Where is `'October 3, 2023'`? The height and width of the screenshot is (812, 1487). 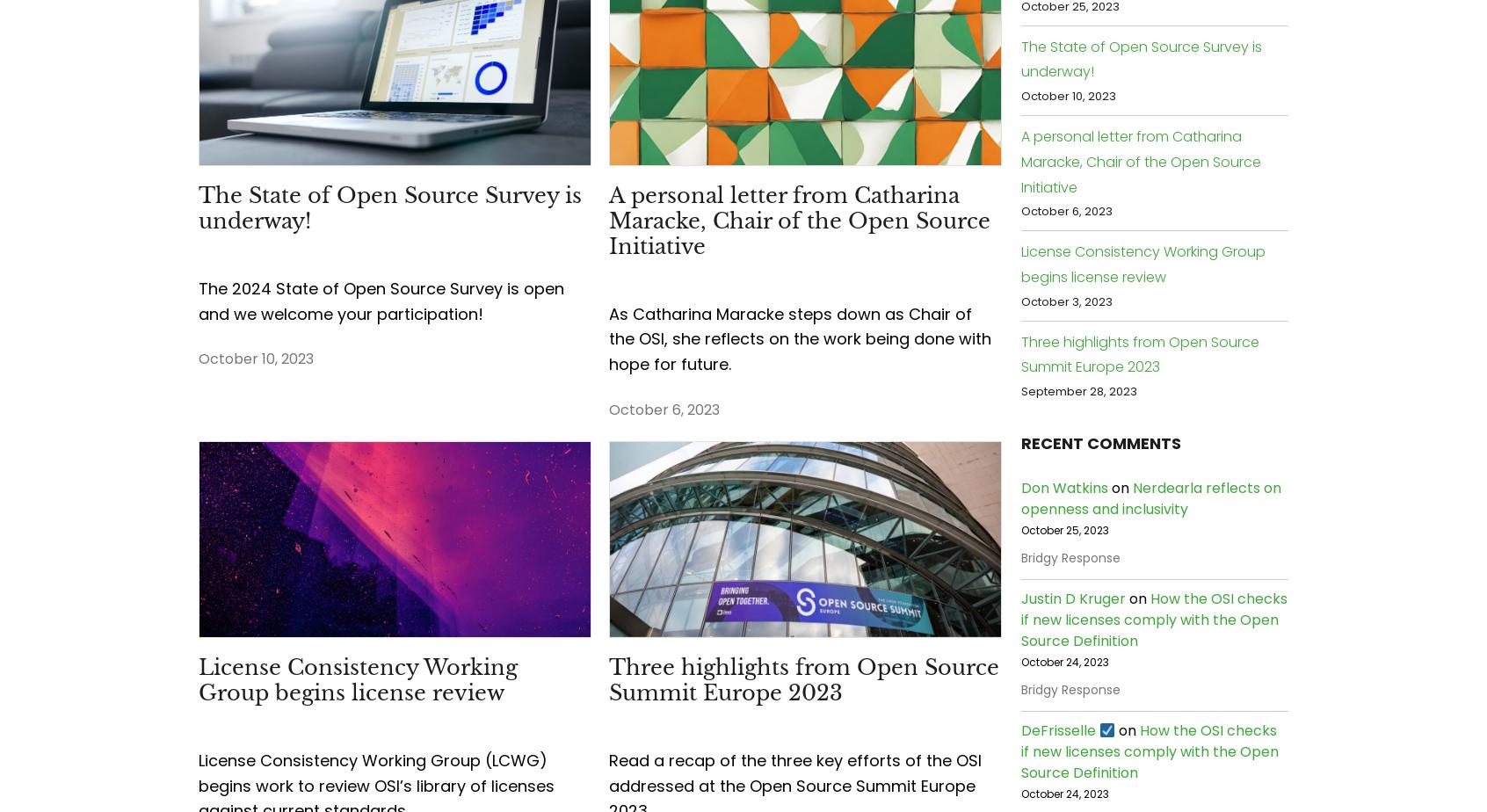
'October 3, 2023' is located at coordinates (1067, 301).